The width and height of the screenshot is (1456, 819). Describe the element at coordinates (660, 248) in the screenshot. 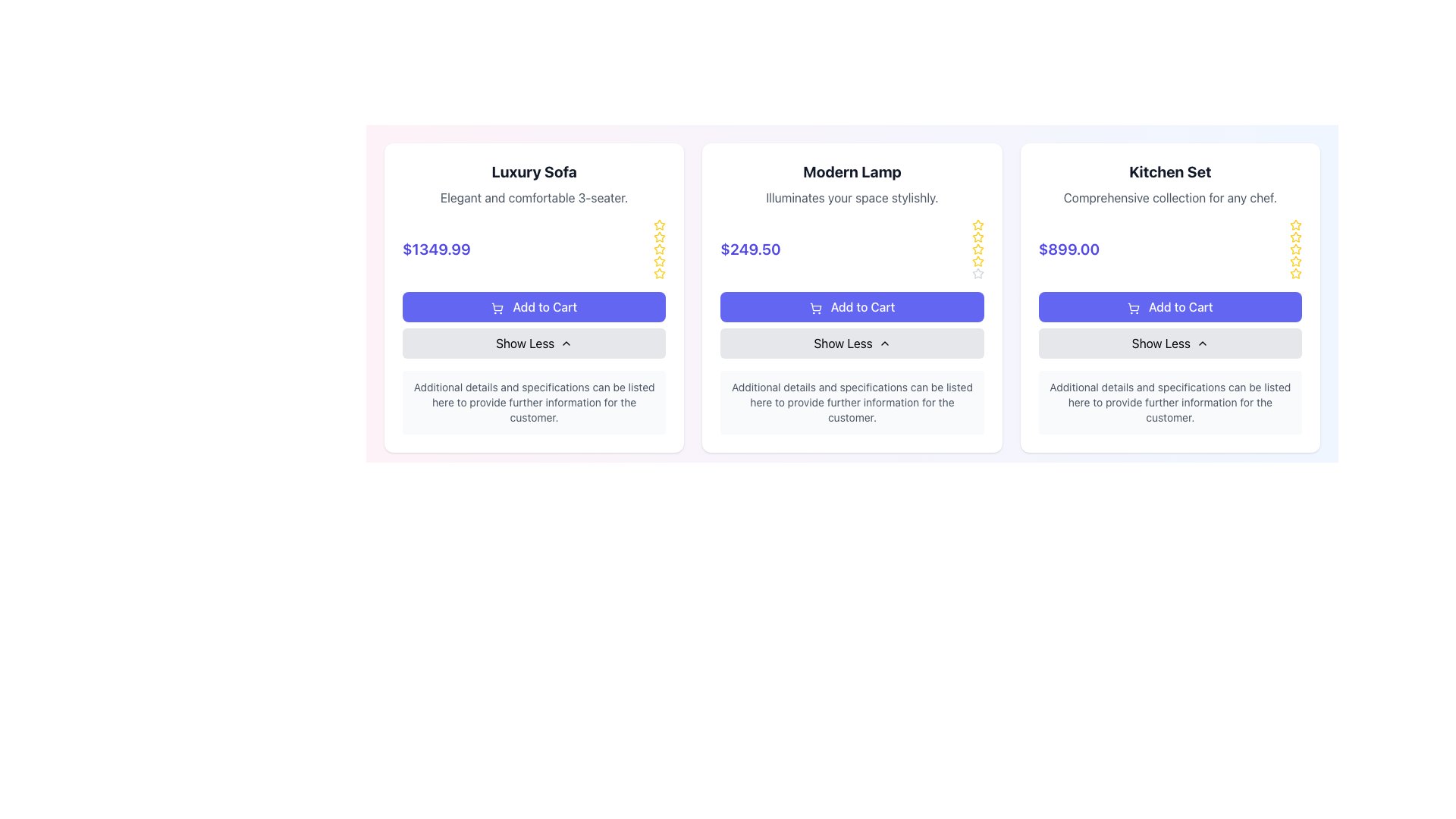

I see `the Rating Star icon in the Luxury Sofa item's detail card to provide rating feedback` at that location.